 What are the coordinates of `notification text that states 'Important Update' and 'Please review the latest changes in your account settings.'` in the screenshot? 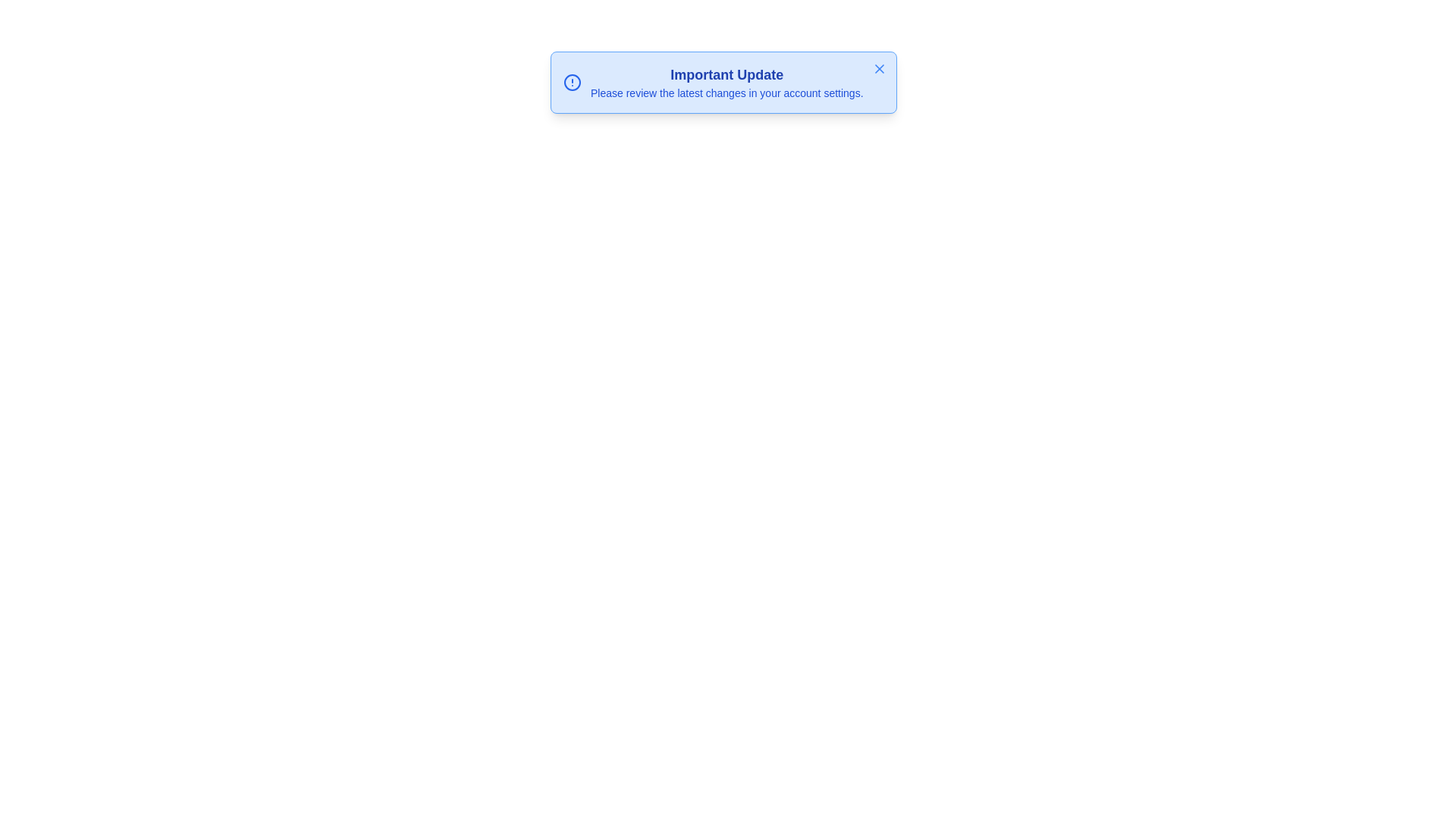 It's located at (726, 82).